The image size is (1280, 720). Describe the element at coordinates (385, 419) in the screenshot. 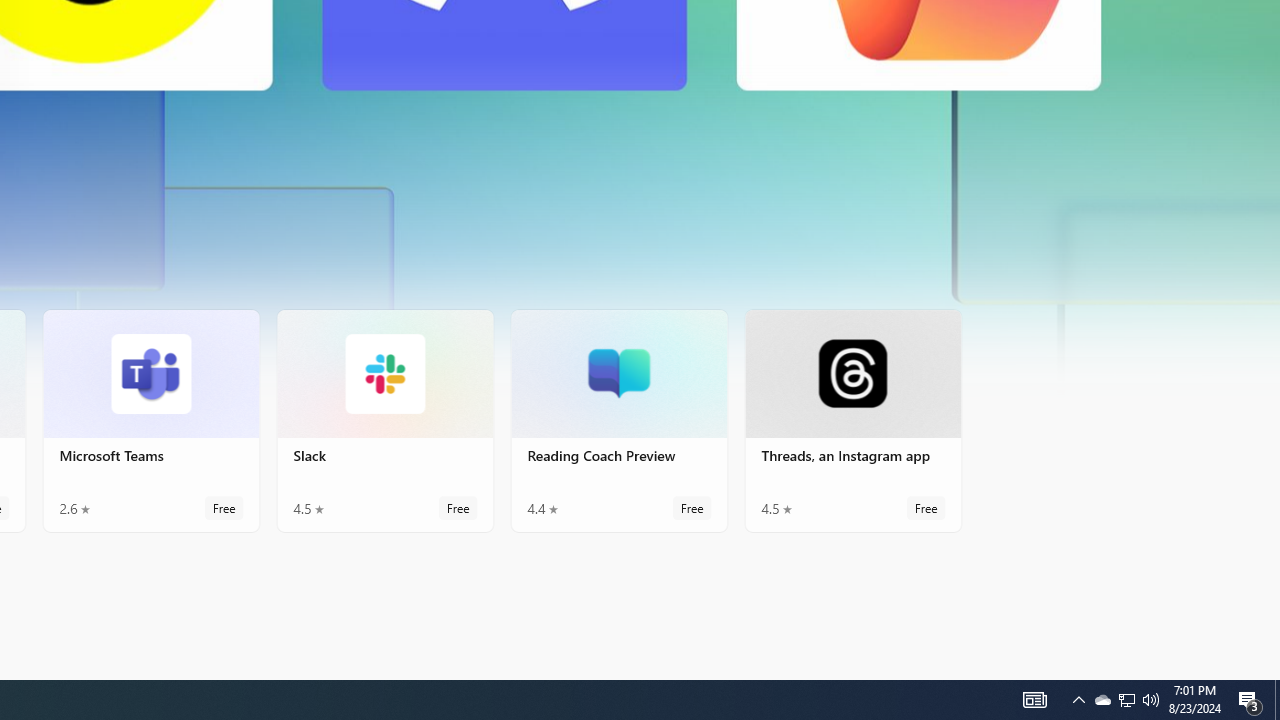

I see `'Slack. Average rating of 4.5 out of five stars. Free  '` at that location.